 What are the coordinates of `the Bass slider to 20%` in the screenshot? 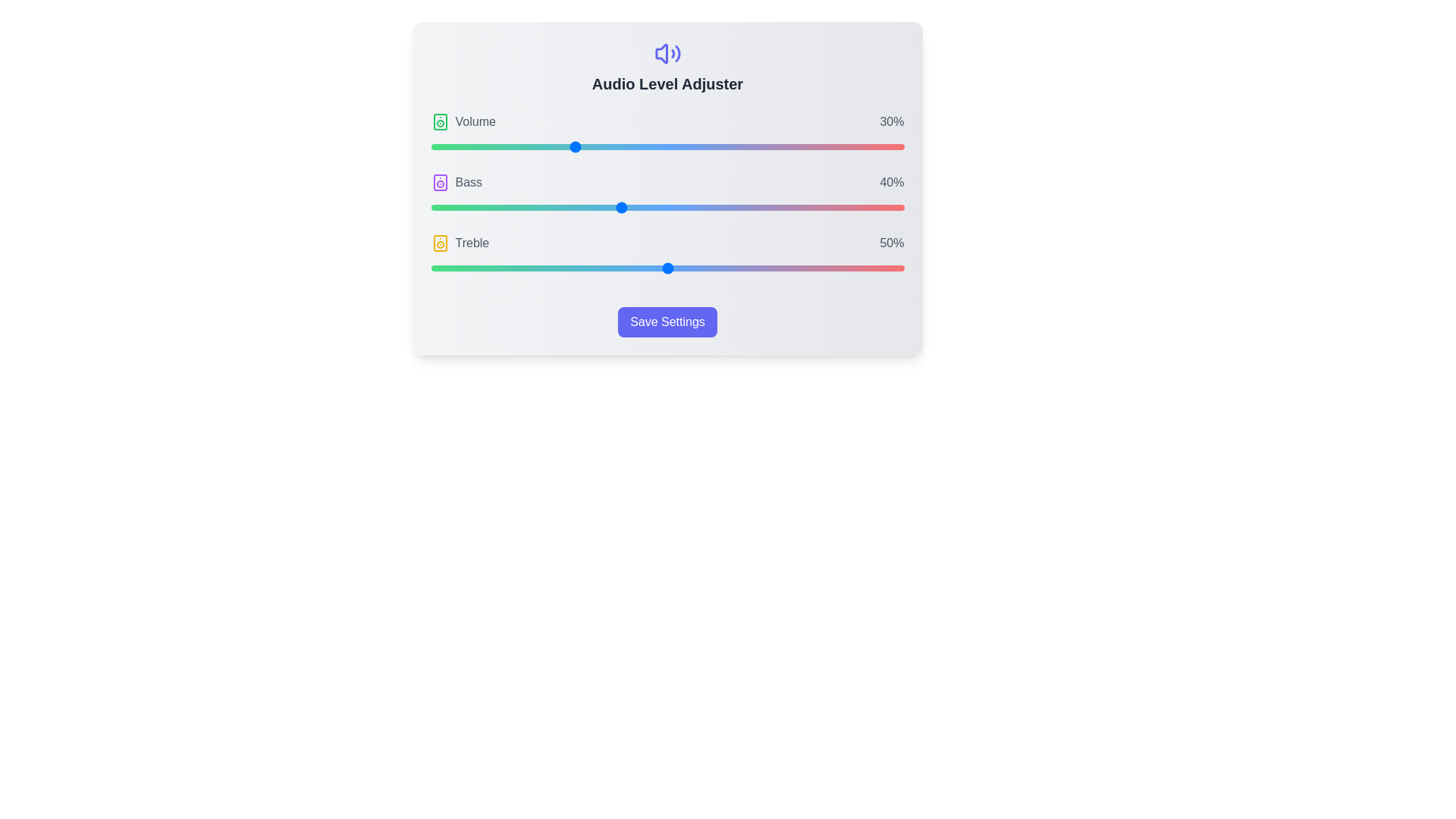 It's located at (526, 207).